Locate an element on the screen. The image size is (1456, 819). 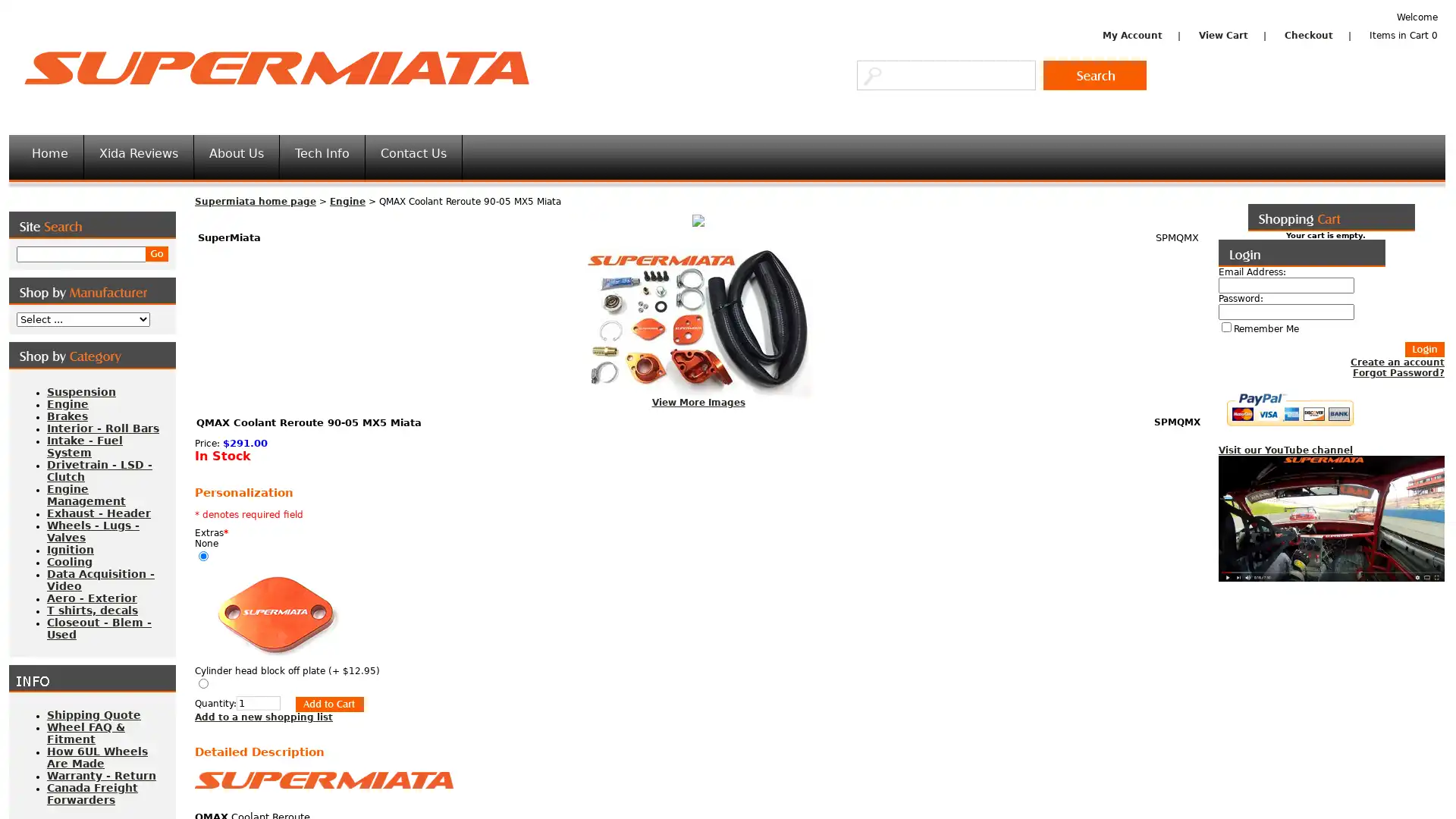
Submit is located at coordinates (322, 704).